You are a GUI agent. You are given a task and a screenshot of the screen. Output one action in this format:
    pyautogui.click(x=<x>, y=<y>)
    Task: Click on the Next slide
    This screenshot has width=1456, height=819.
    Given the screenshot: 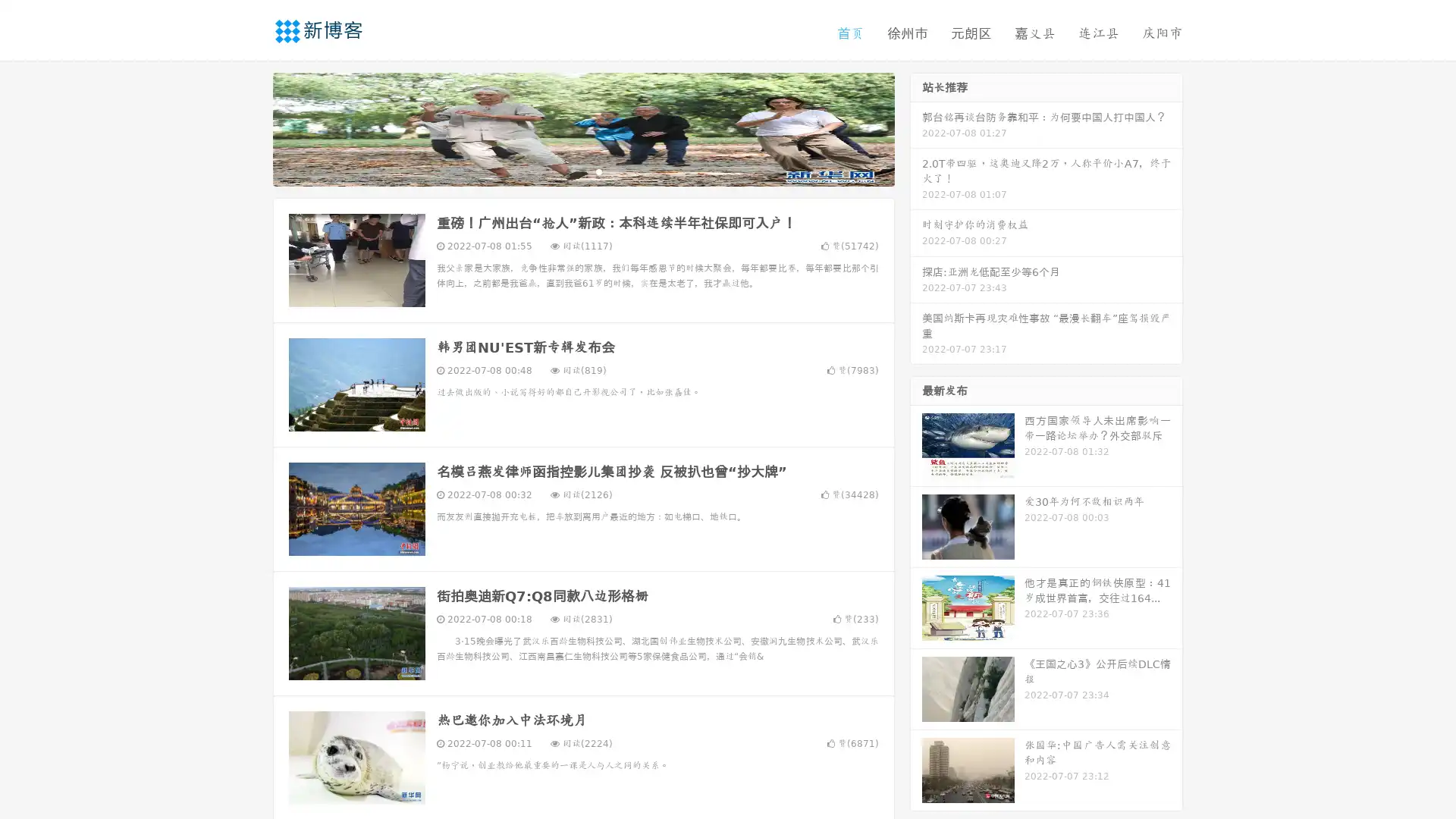 What is the action you would take?
    pyautogui.click(x=916, y=127)
    